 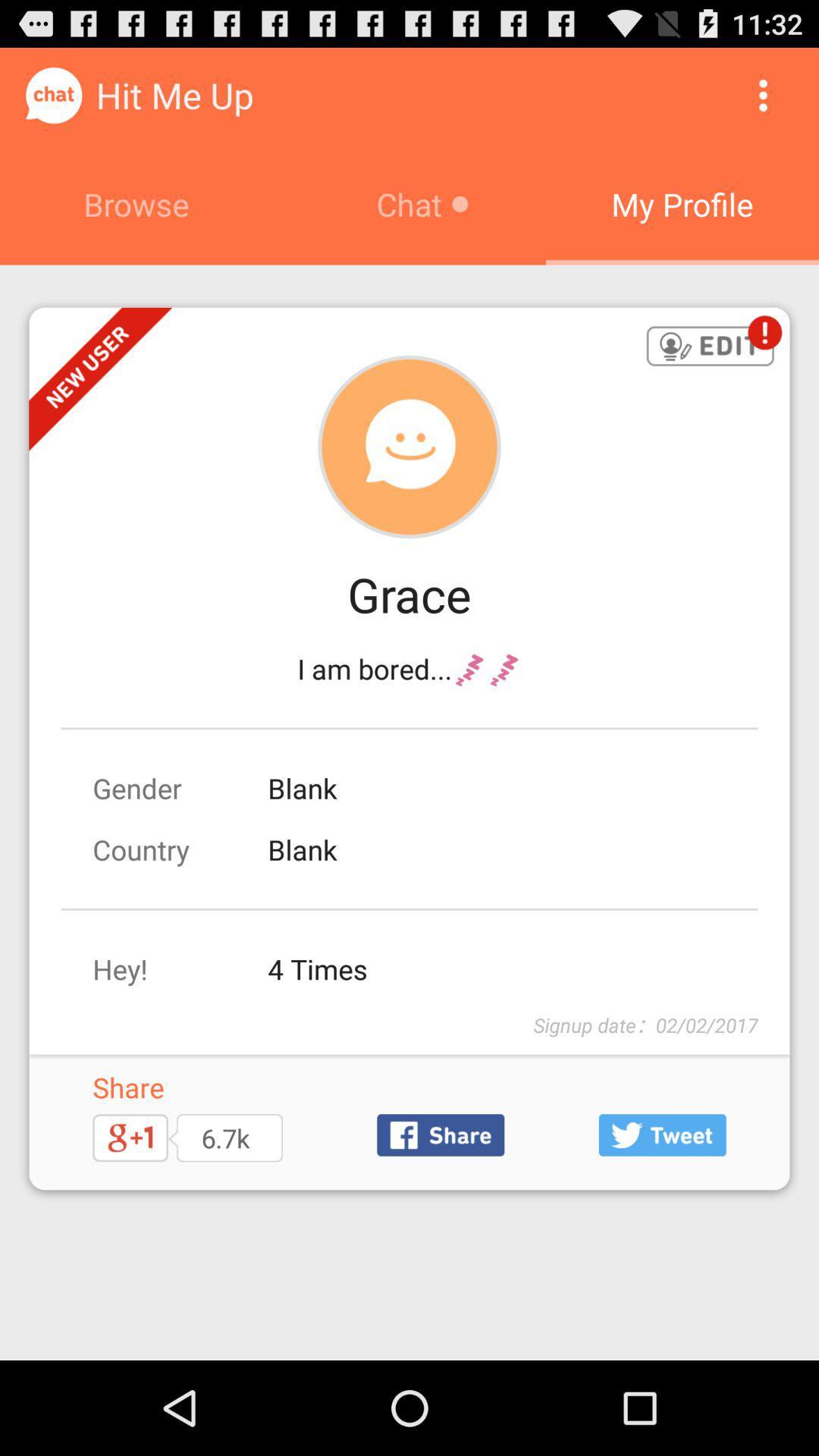 I want to click on share, so click(x=441, y=1135).